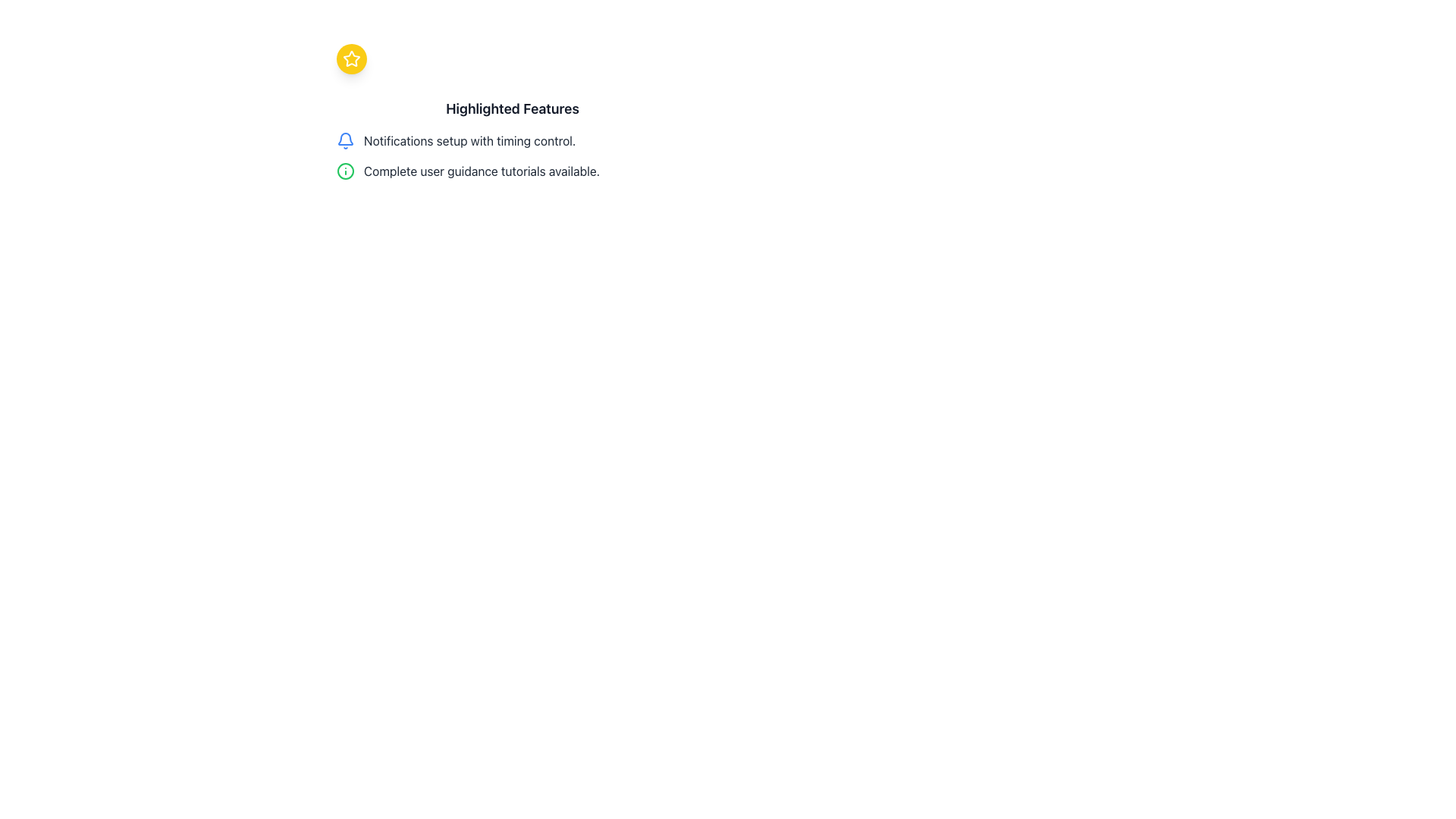 Image resolution: width=1456 pixels, height=819 pixels. What do you see at coordinates (513, 140) in the screenshot?
I see `an individual feature within the Informational panel titled 'Highlighted Features', which contains a bell icon in blue and an information icon in green` at bounding box center [513, 140].